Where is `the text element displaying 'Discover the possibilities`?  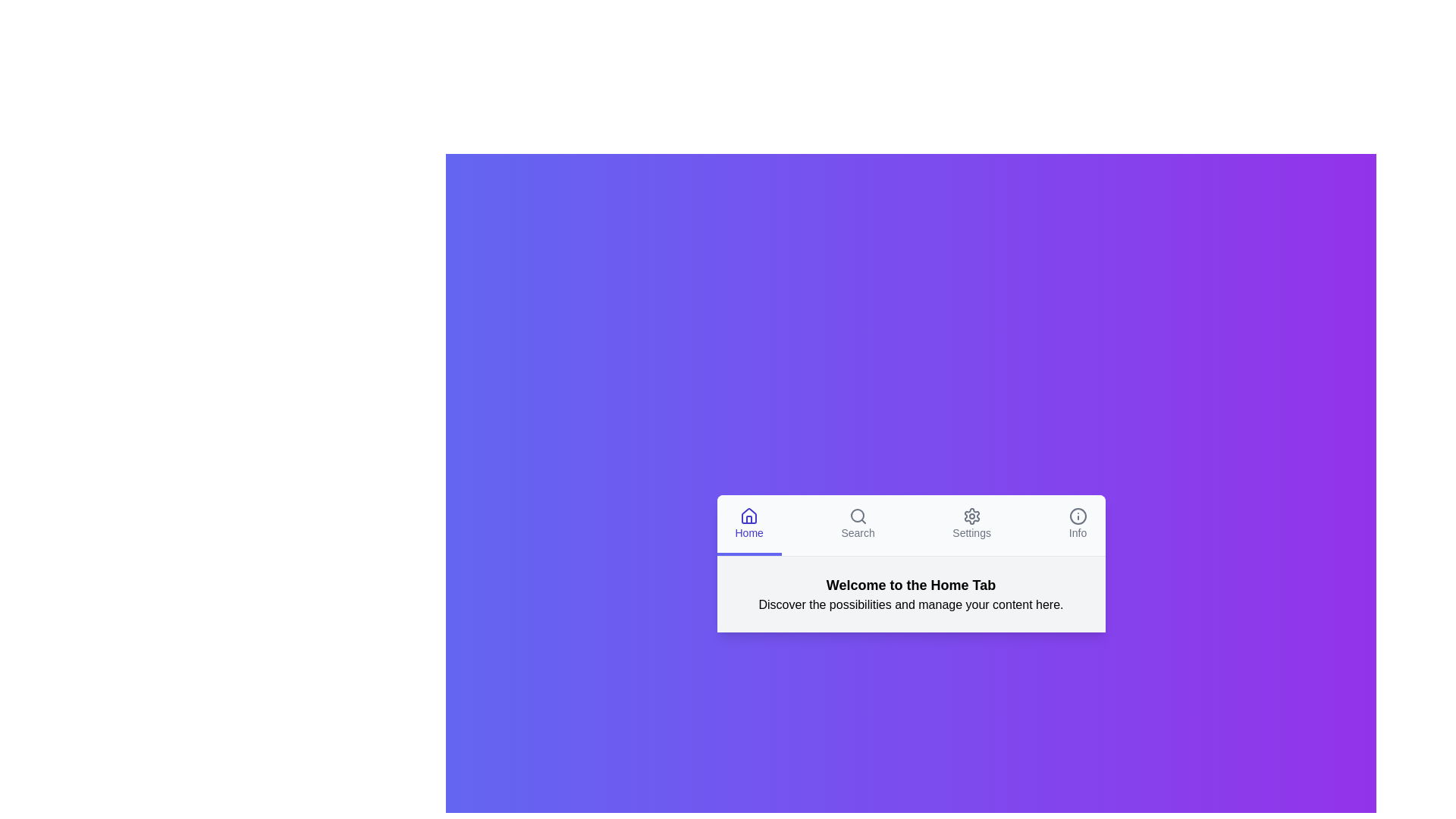 the text element displaying 'Discover the possibilities is located at coordinates (910, 604).